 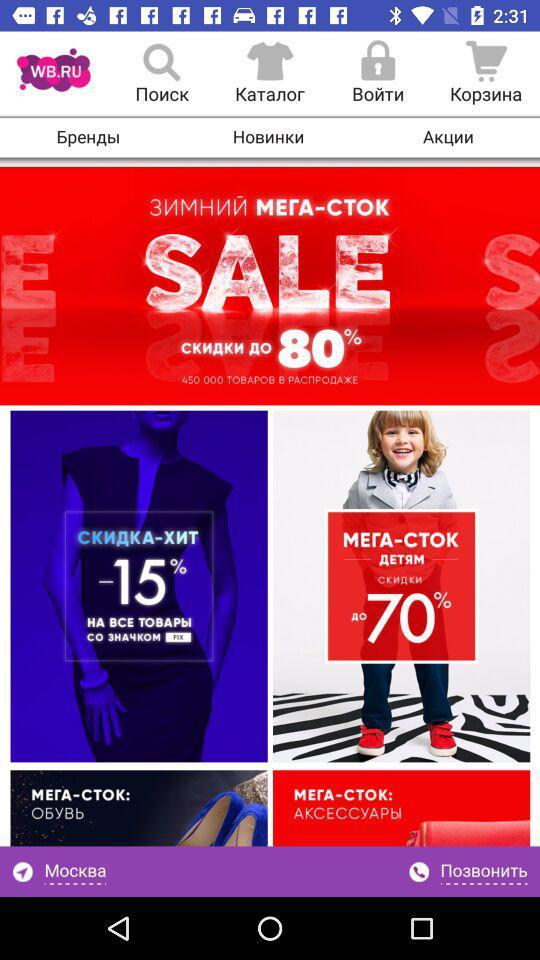 What do you see at coordinates (161, 73) in the screenshot?
I see `the search icon` at bounding box center [161, 73].